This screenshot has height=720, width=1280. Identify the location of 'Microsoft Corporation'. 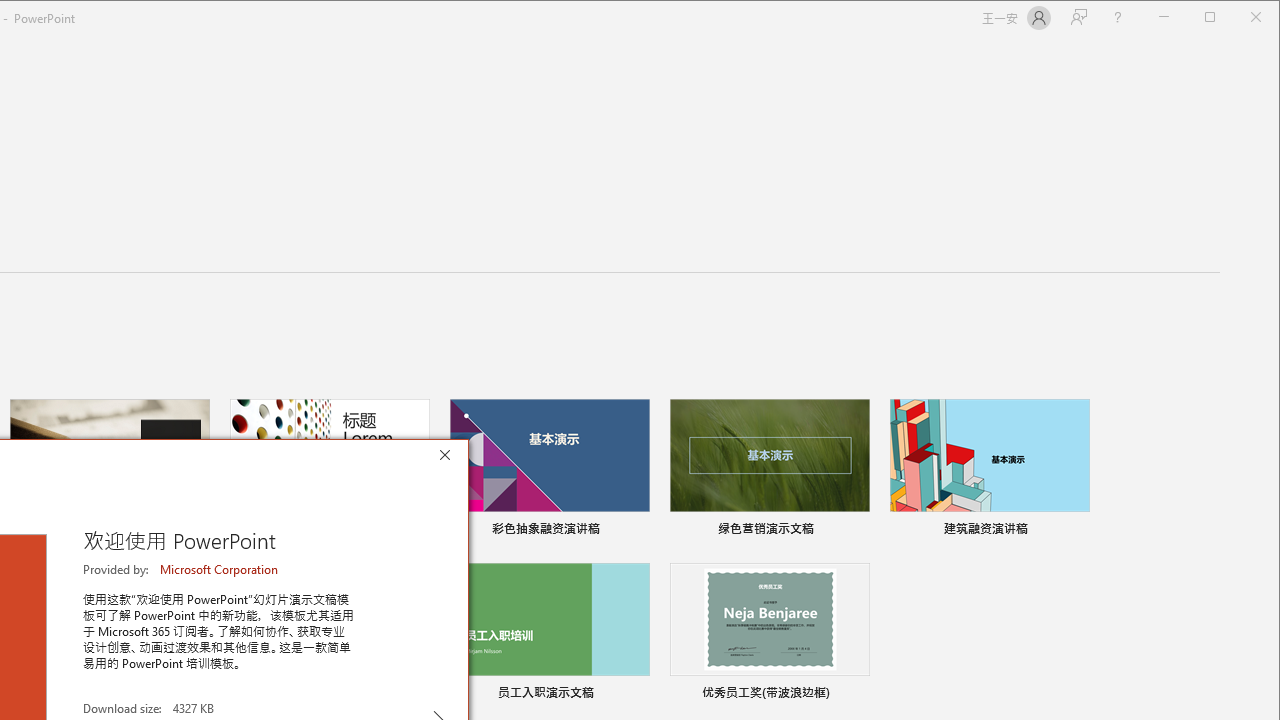
(220, 569).